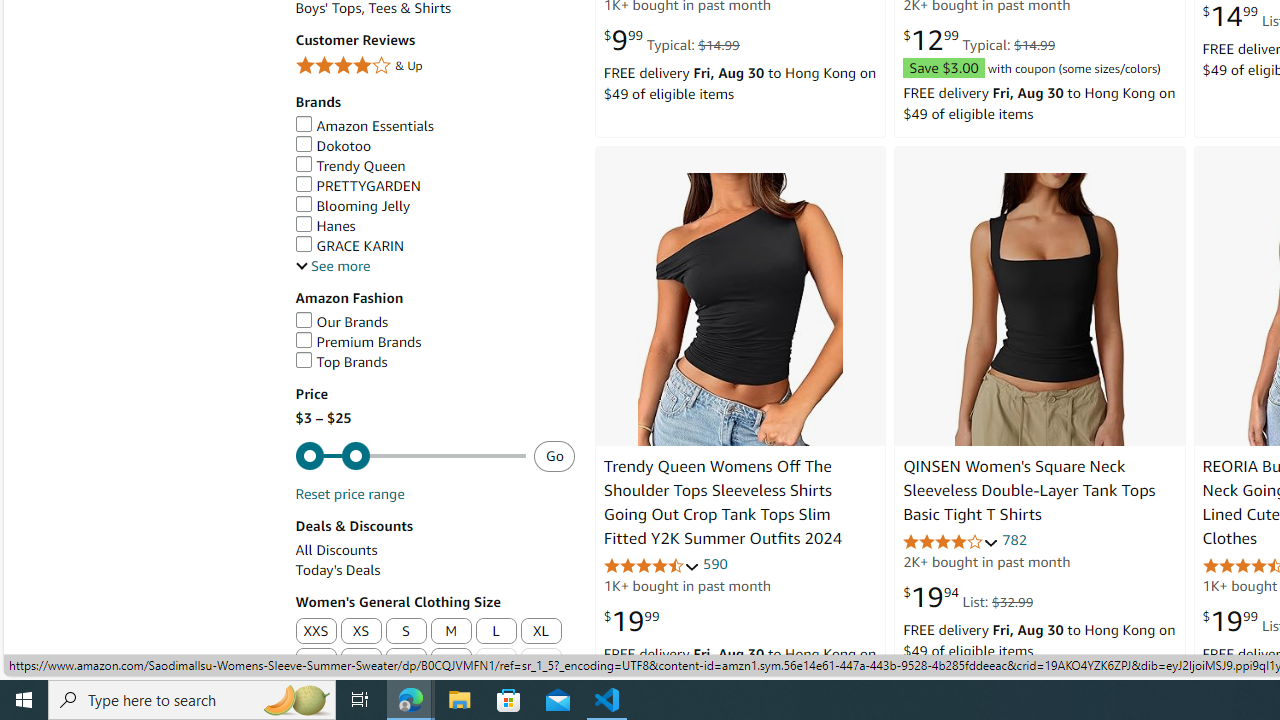 The image size is (1280, 720). What do you see at coordinates (1014, 540) in the screenshot?
I see `'782'` at bounding box center [1014, 540].